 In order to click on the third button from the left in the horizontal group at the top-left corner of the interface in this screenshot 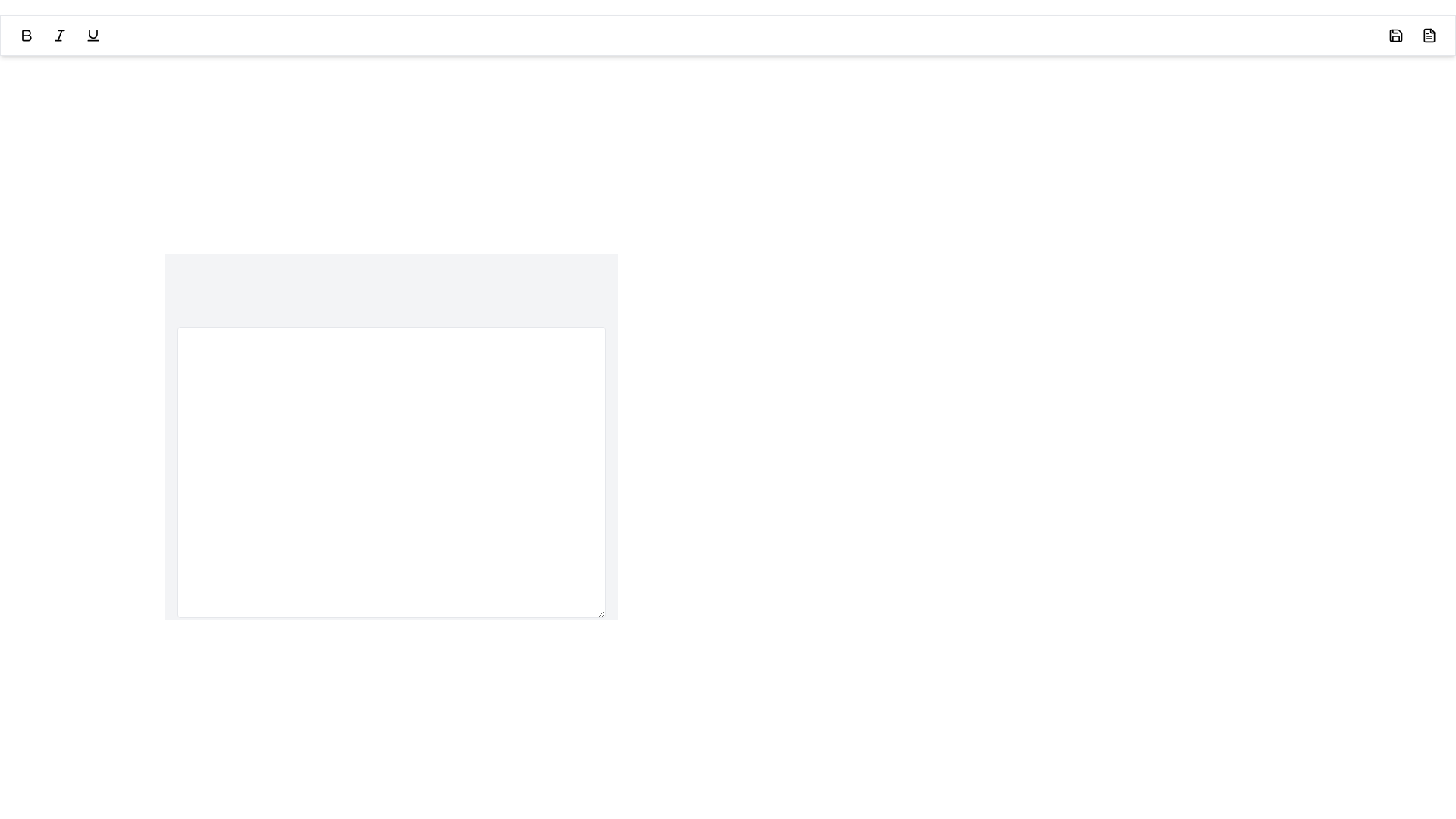, I will do `click(93, 34)`.